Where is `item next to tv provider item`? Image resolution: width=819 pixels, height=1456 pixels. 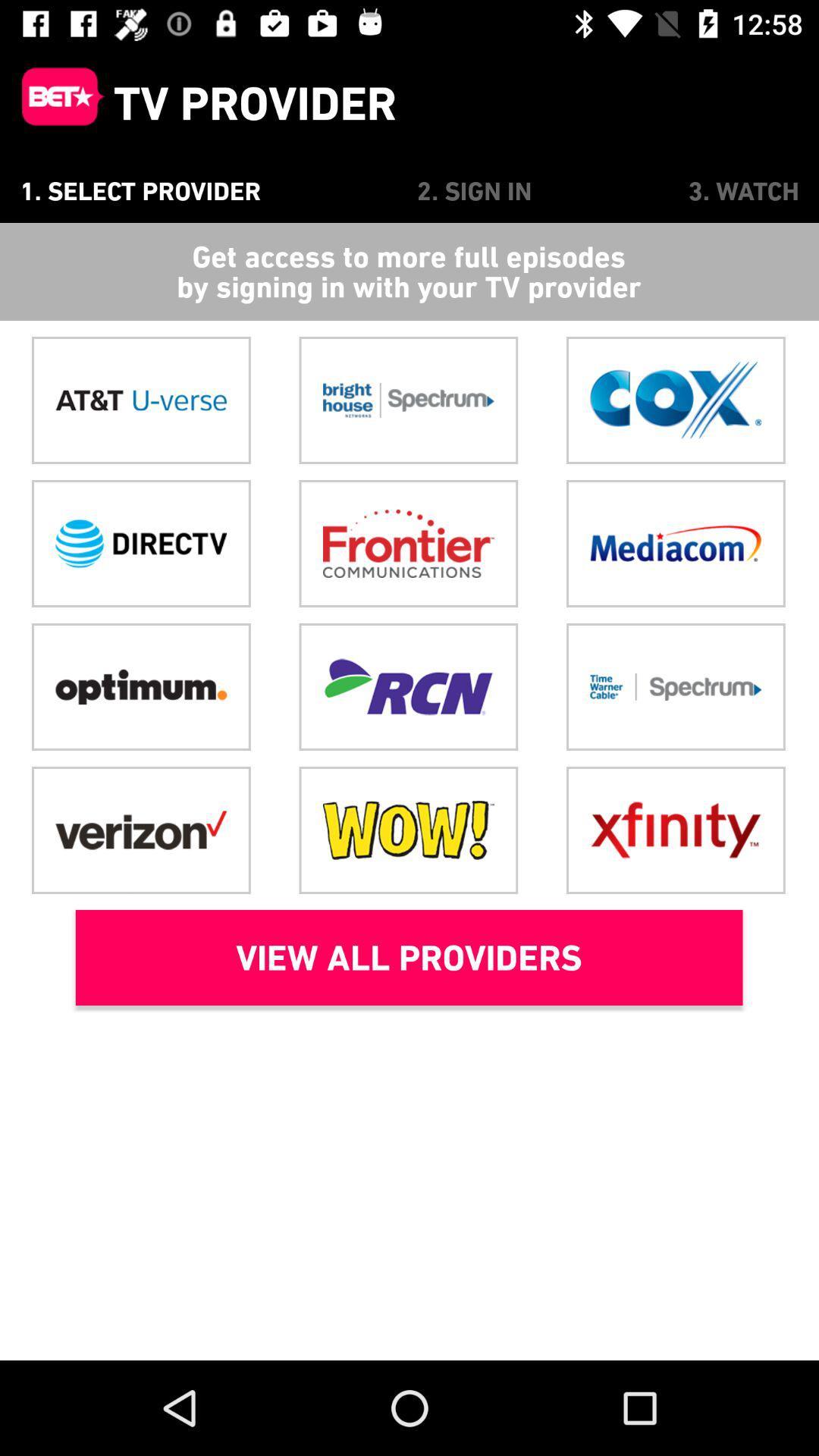
item next to tv provider item is located at coordinates (55, 102).